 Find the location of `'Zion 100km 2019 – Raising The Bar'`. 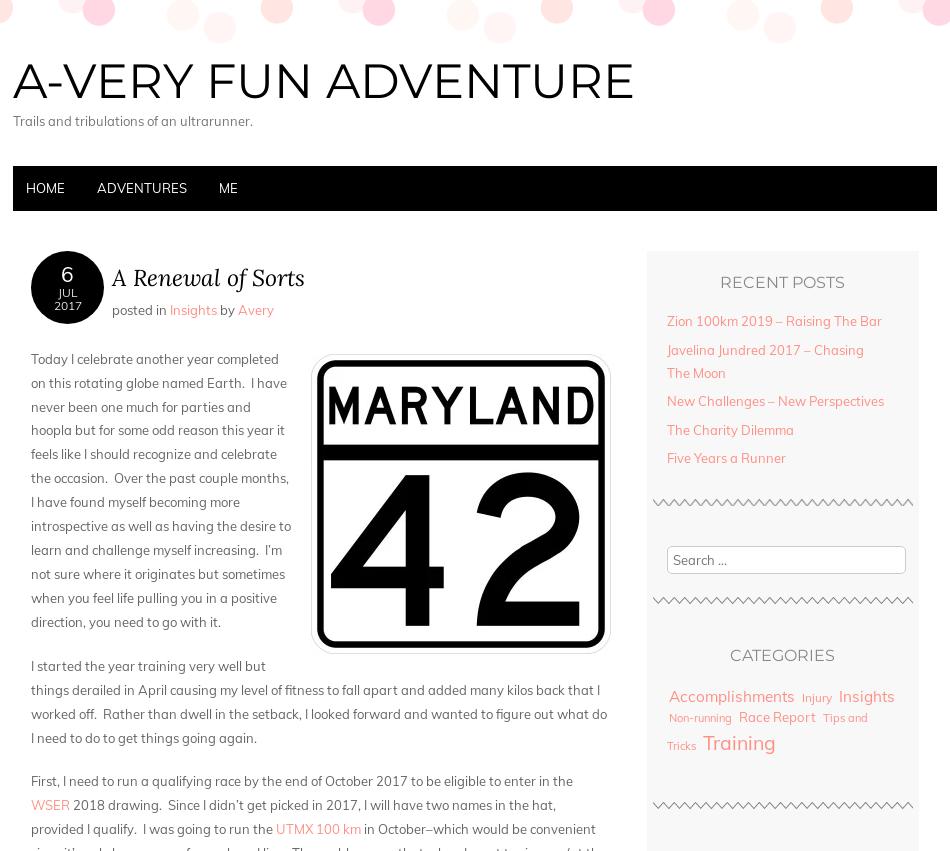

'Zion 100km 2019 – Raising The Bar' is located at coordinates (772, 319).